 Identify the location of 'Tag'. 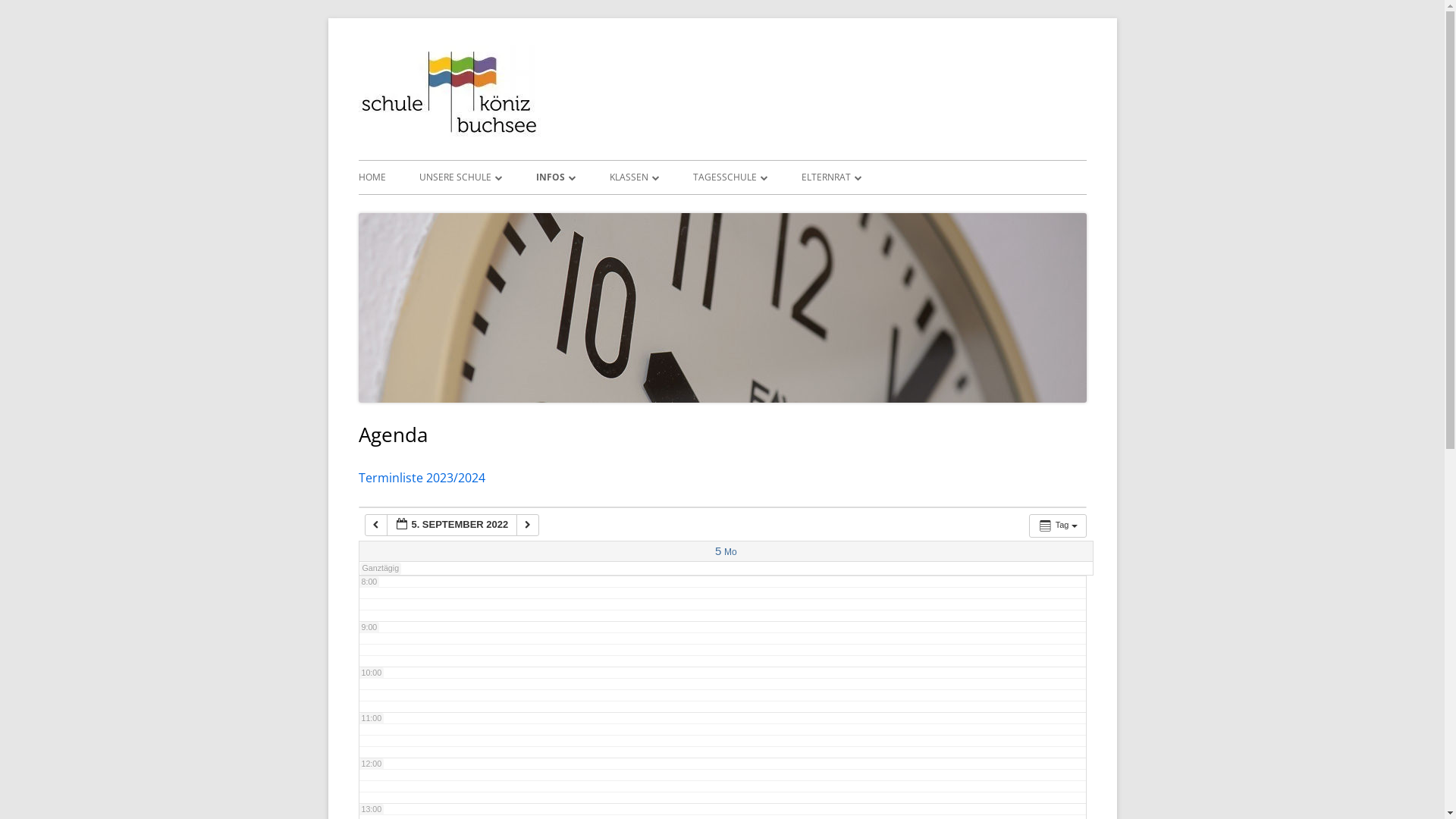
(1029, 525).